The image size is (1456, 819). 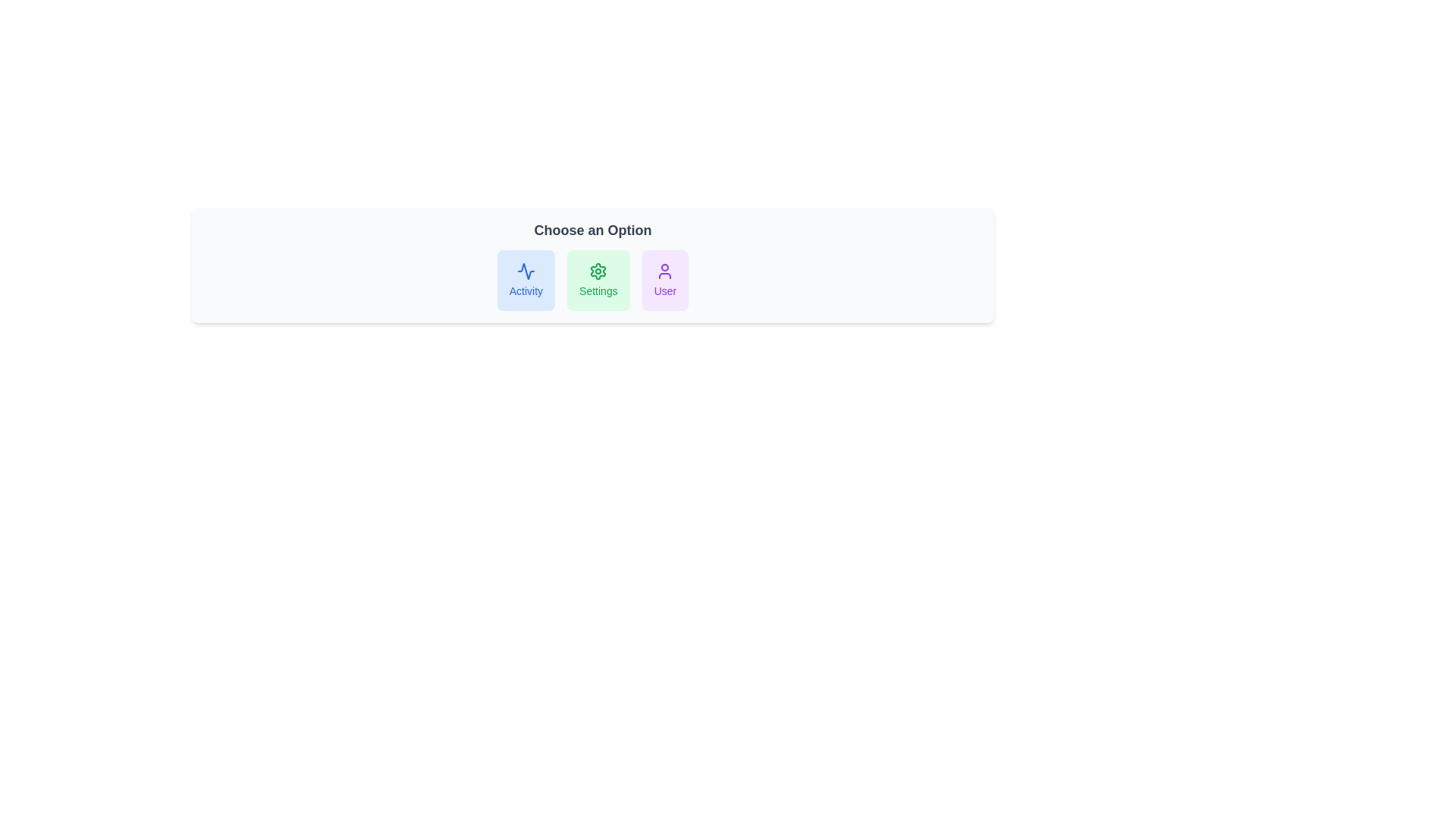 What do you see at coordinates (598, 281) in the screenshot?
I see `the settings button, which is the second button in a row of three, located under the title 'Choose an Option', to activate hover effects` at bounding box center [598, 281].